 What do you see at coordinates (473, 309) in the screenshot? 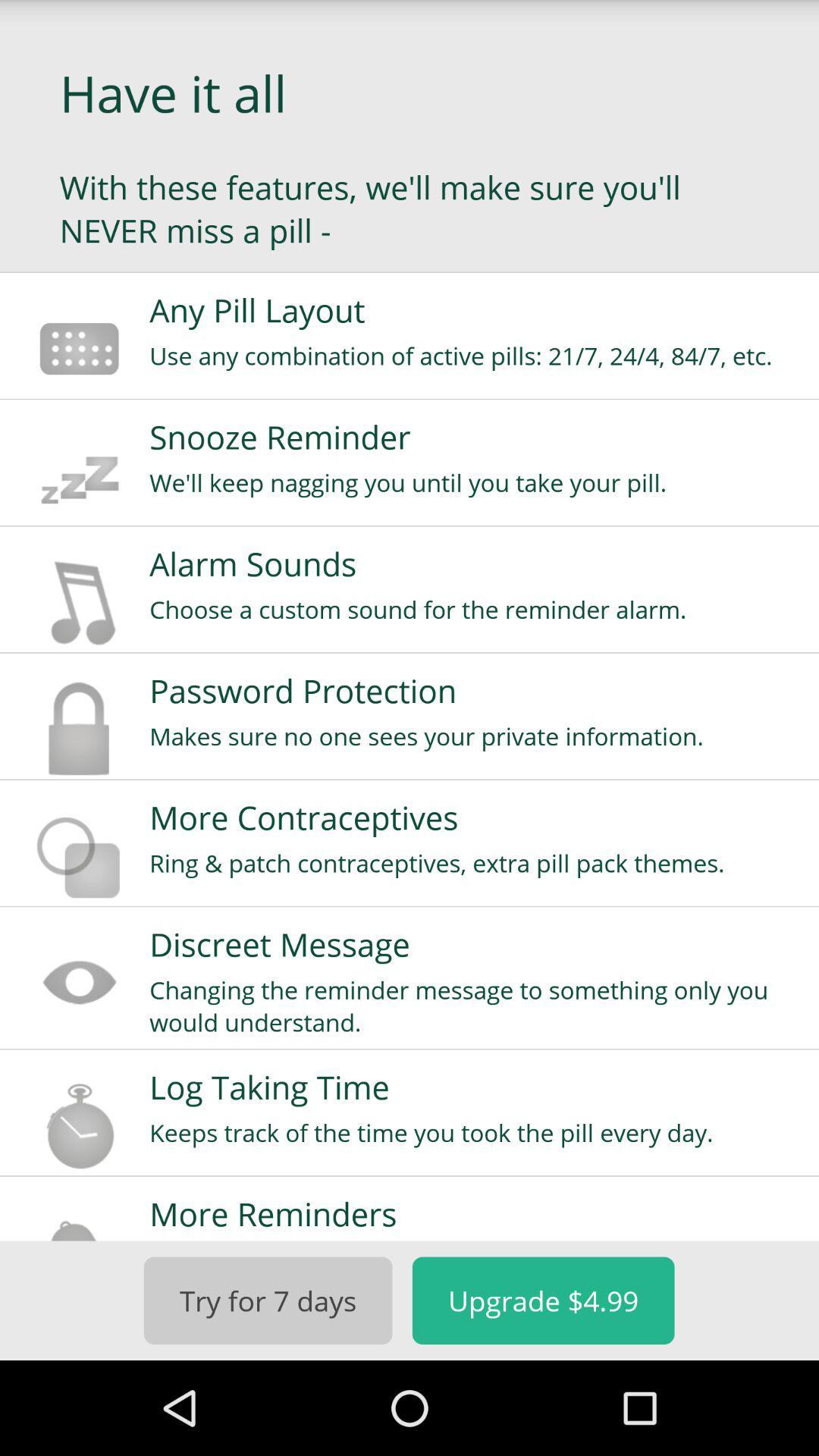
I see `the app above the use any combination icon` at bounding box center [473, 309].